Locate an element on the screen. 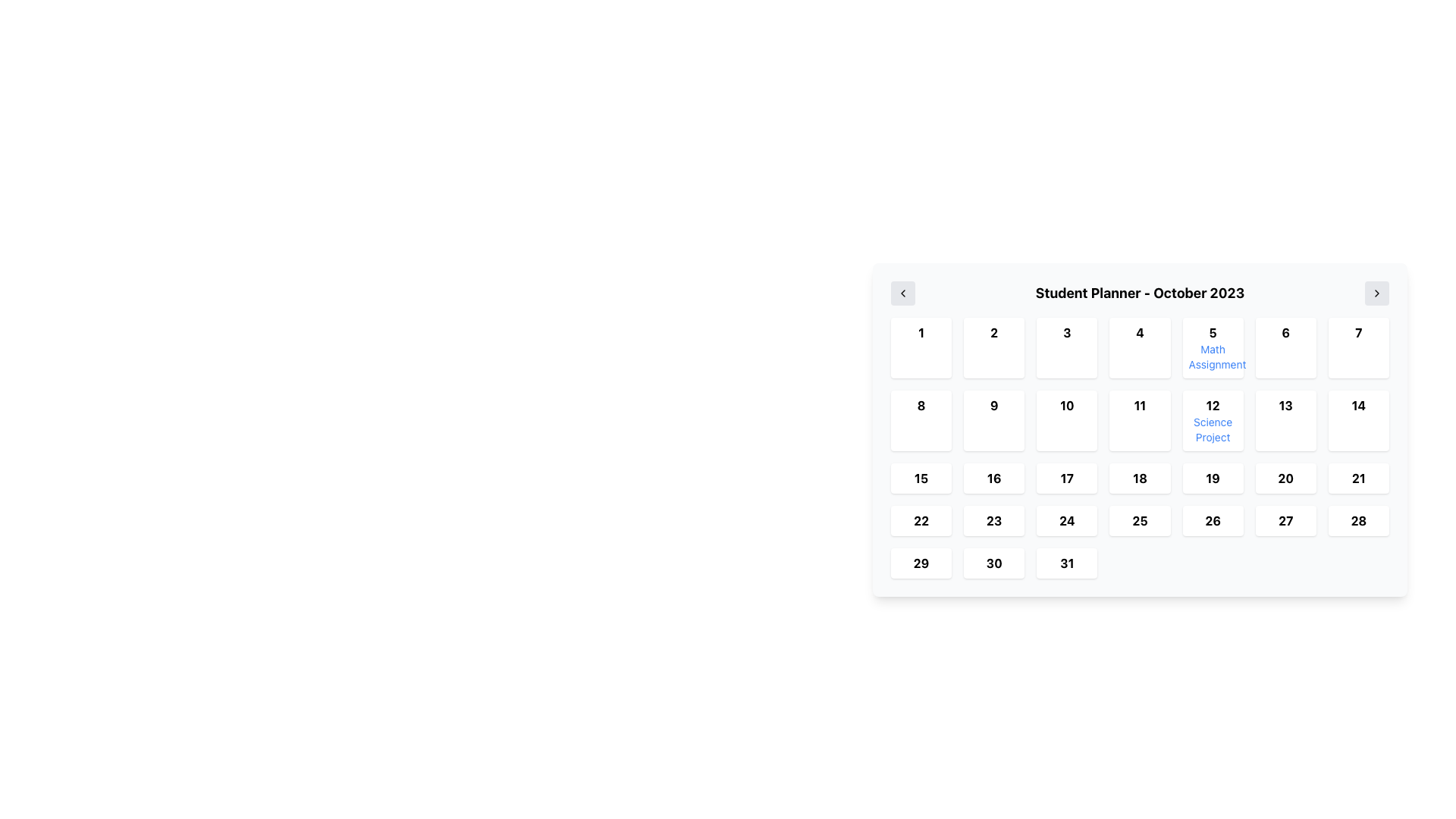  the bold number '8' displayed in a white, rounded rectangular box in the calendar interface is located at coordinates (920, 405).